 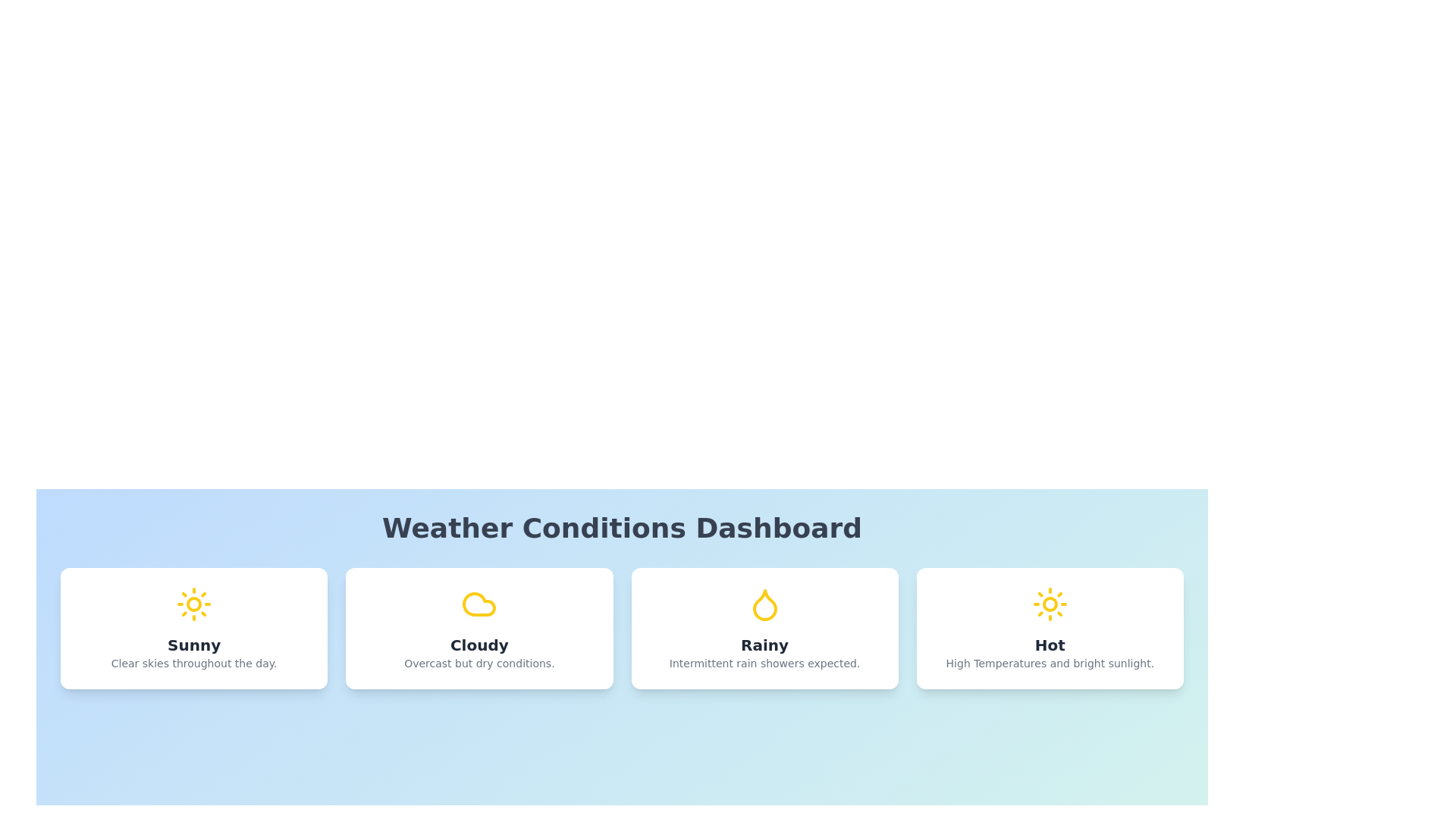 What do you see at coordinates (479, 663) in the screenshot?
I see `the second static text element that provides a supplementary description for the 'Cloudy' weather condition, located at the bottom center of the card` at bounding box center [479, 663].